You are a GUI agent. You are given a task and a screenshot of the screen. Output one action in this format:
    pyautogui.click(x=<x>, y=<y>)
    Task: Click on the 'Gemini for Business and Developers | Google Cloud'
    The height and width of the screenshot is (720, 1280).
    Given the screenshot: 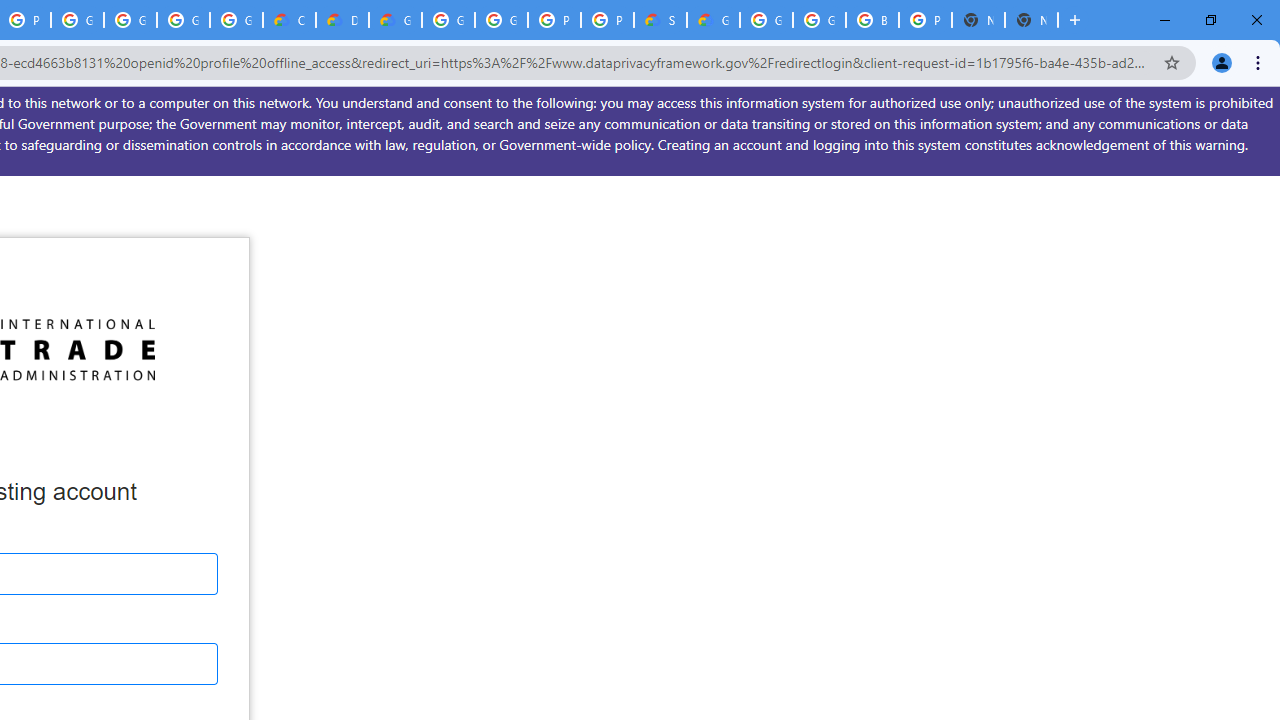 What is the action you would take?
    pyautogui.click(x=395, y=20)
    